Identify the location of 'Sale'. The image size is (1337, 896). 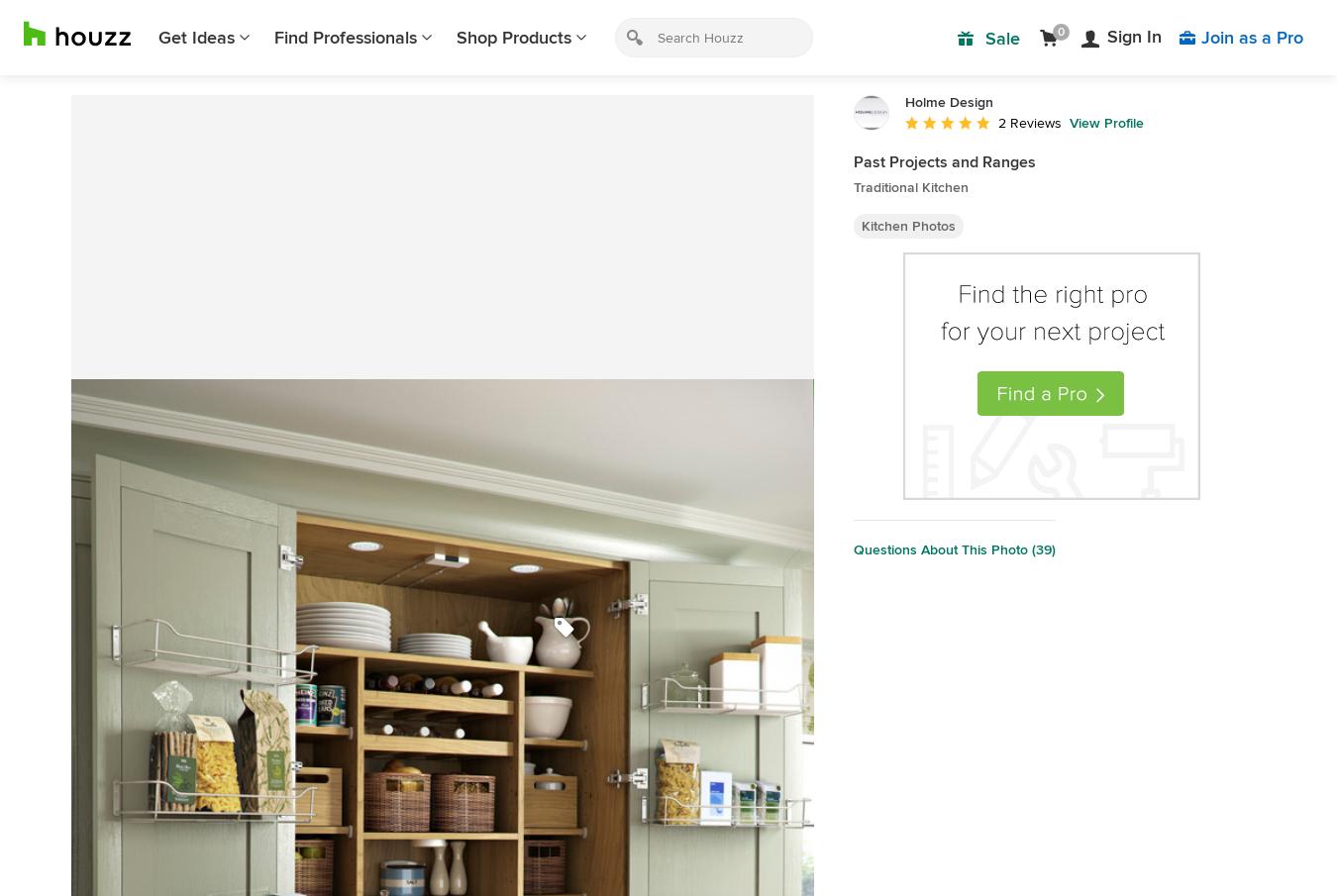
(1001, 38).